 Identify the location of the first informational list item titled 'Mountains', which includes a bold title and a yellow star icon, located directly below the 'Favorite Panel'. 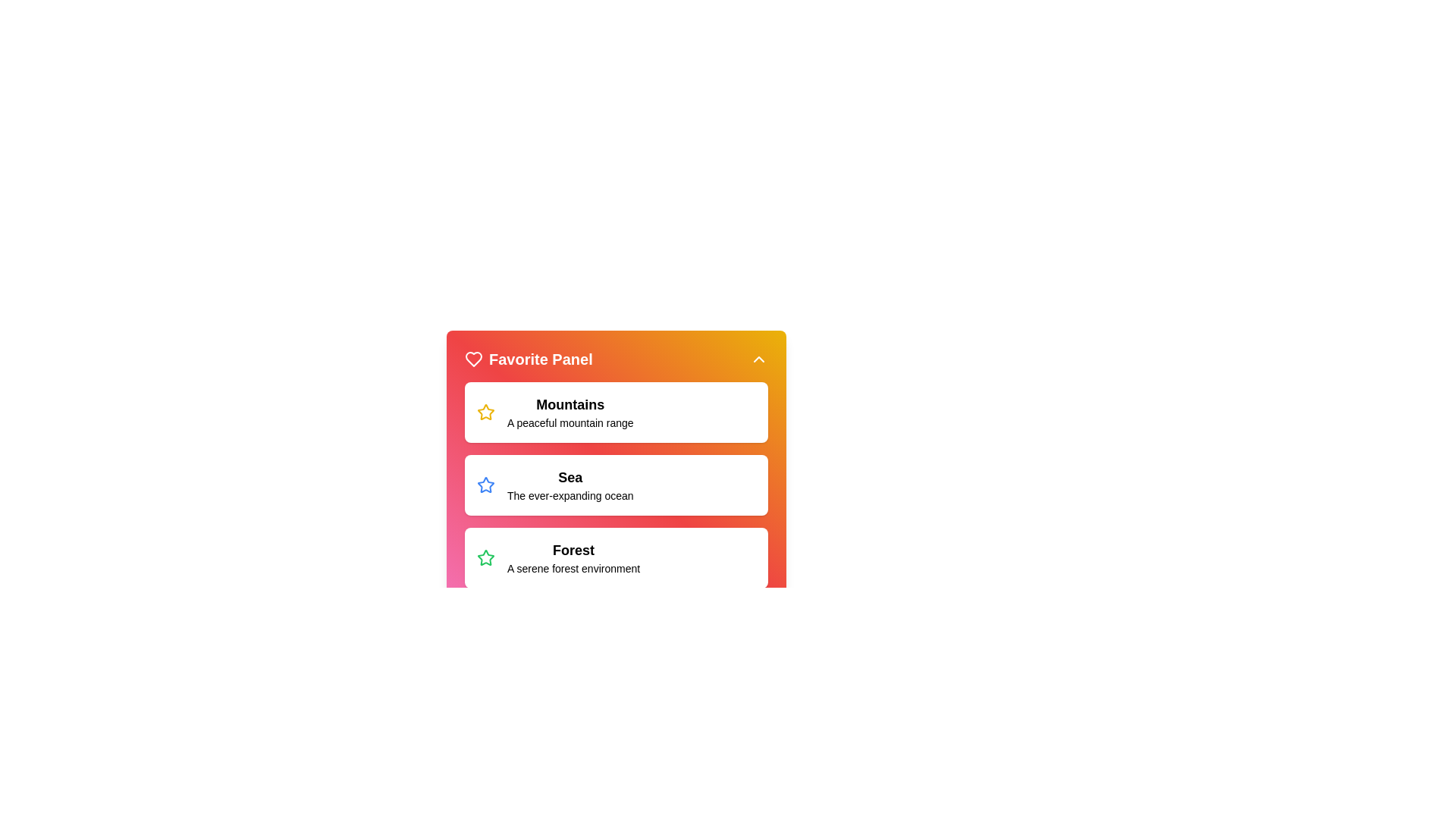
(616, 412).